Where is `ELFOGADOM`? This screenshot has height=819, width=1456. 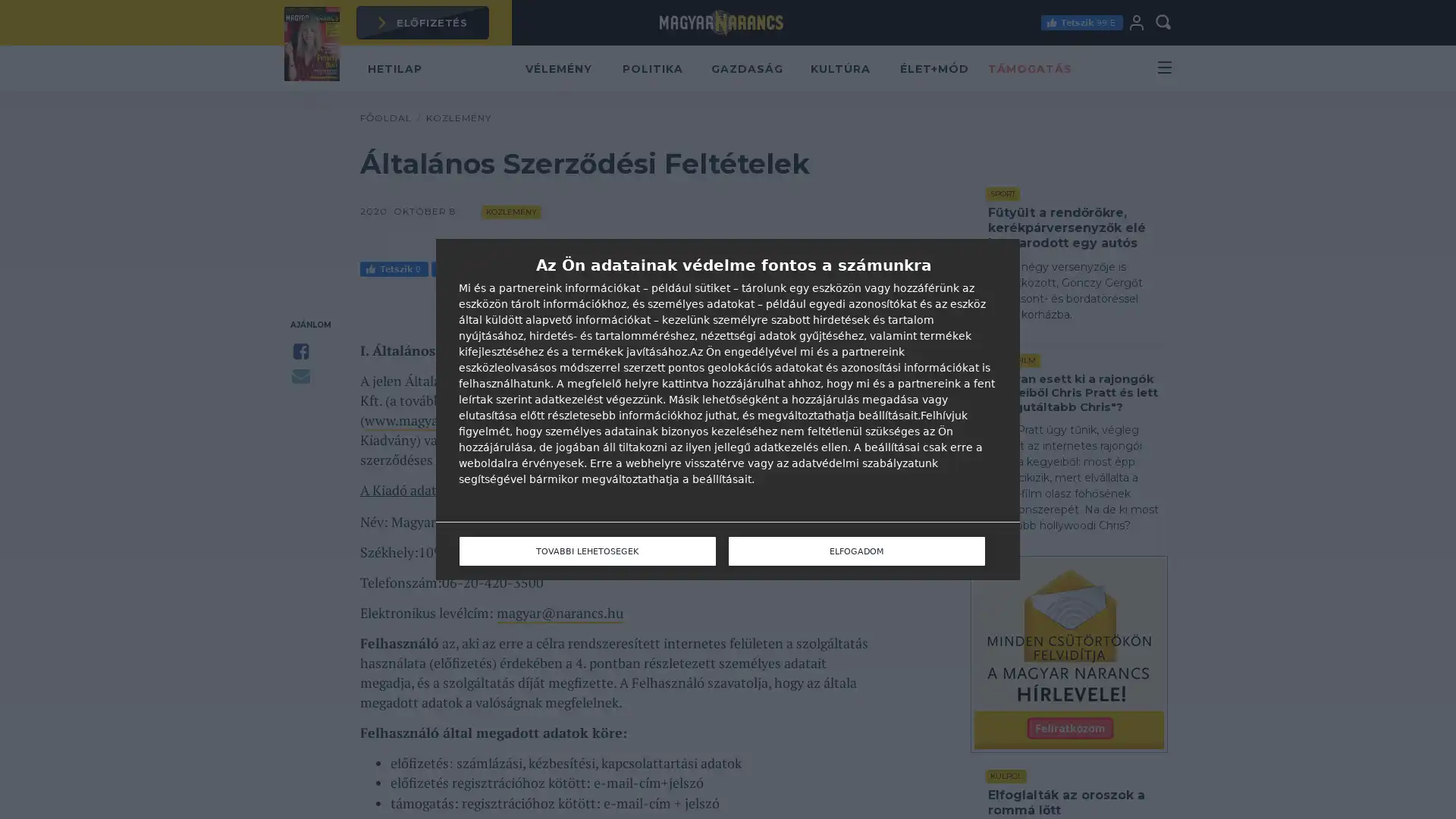
ELFOGADOM is located at coordinates (856, 551).